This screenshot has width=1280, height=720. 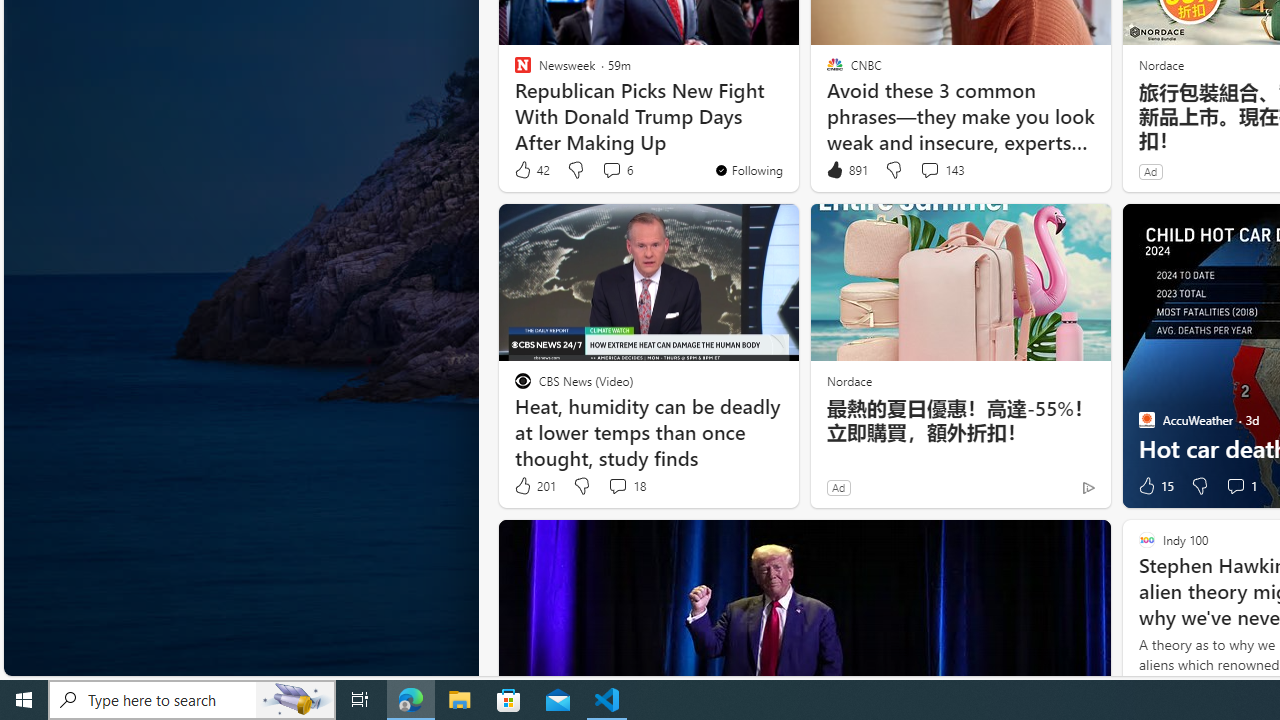 I want to click on 'View comments 18 Comment', so click(x=625, y=486).